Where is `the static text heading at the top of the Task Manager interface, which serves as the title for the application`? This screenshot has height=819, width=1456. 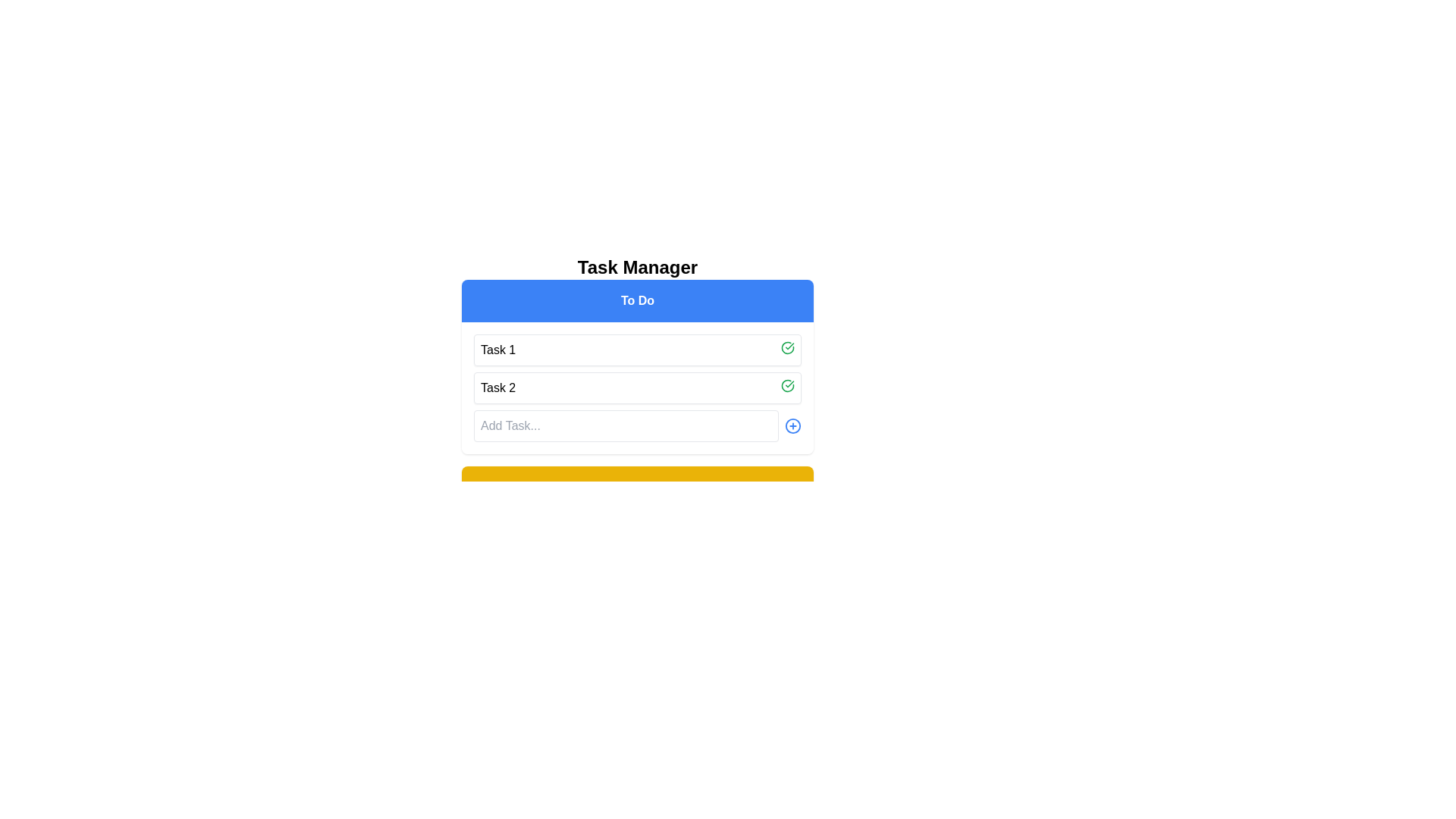
the static text heading at the top of the Task Manager interface, which serves as the title for the application is located at coordinates (637, 267).